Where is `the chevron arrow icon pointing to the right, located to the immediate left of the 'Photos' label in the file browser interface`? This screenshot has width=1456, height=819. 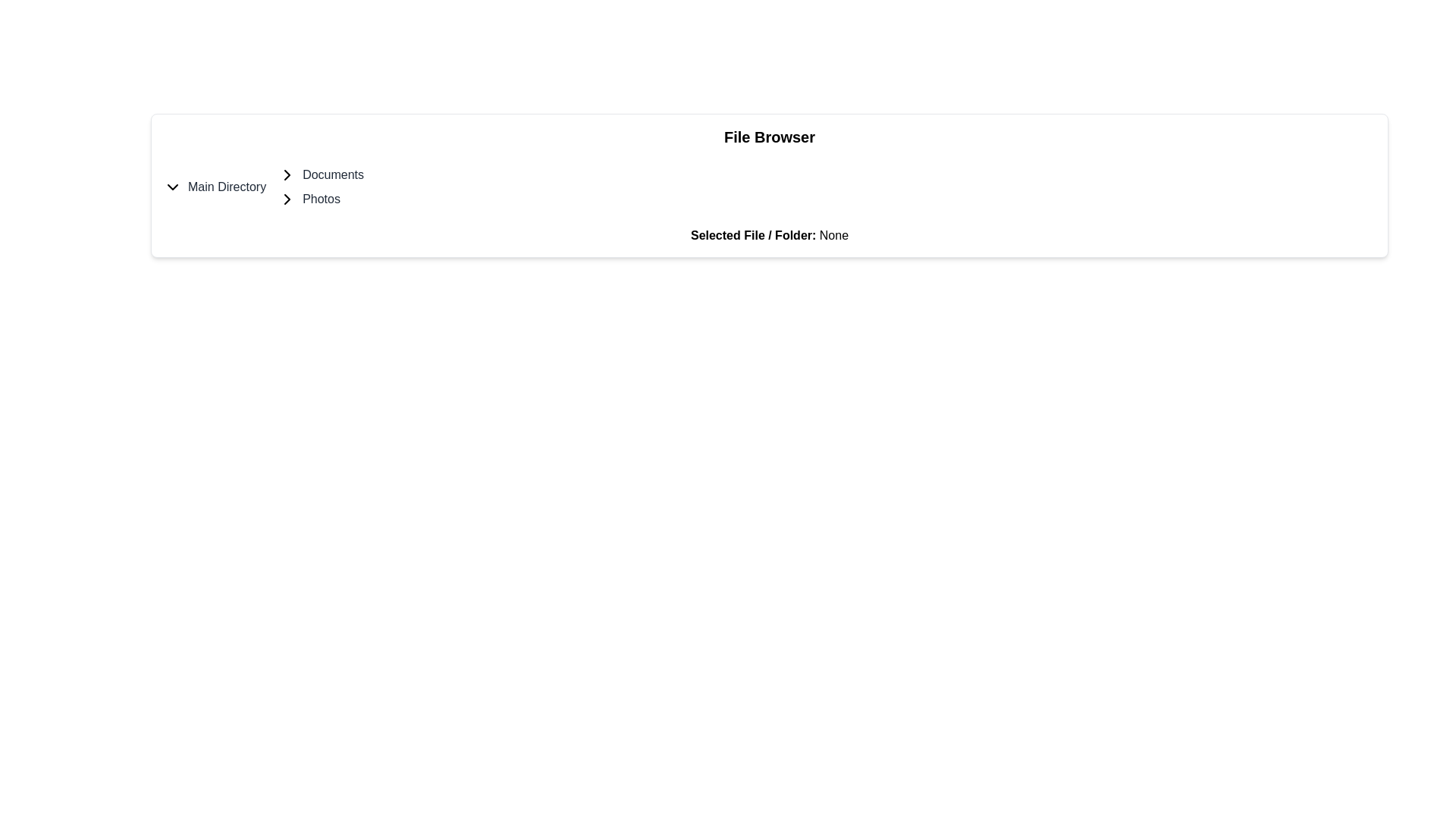
the chevron arrow icon pointing to the right, located to the immediate left of the 'Photos' label in the file browser interface is located at coordinates (287, 198).